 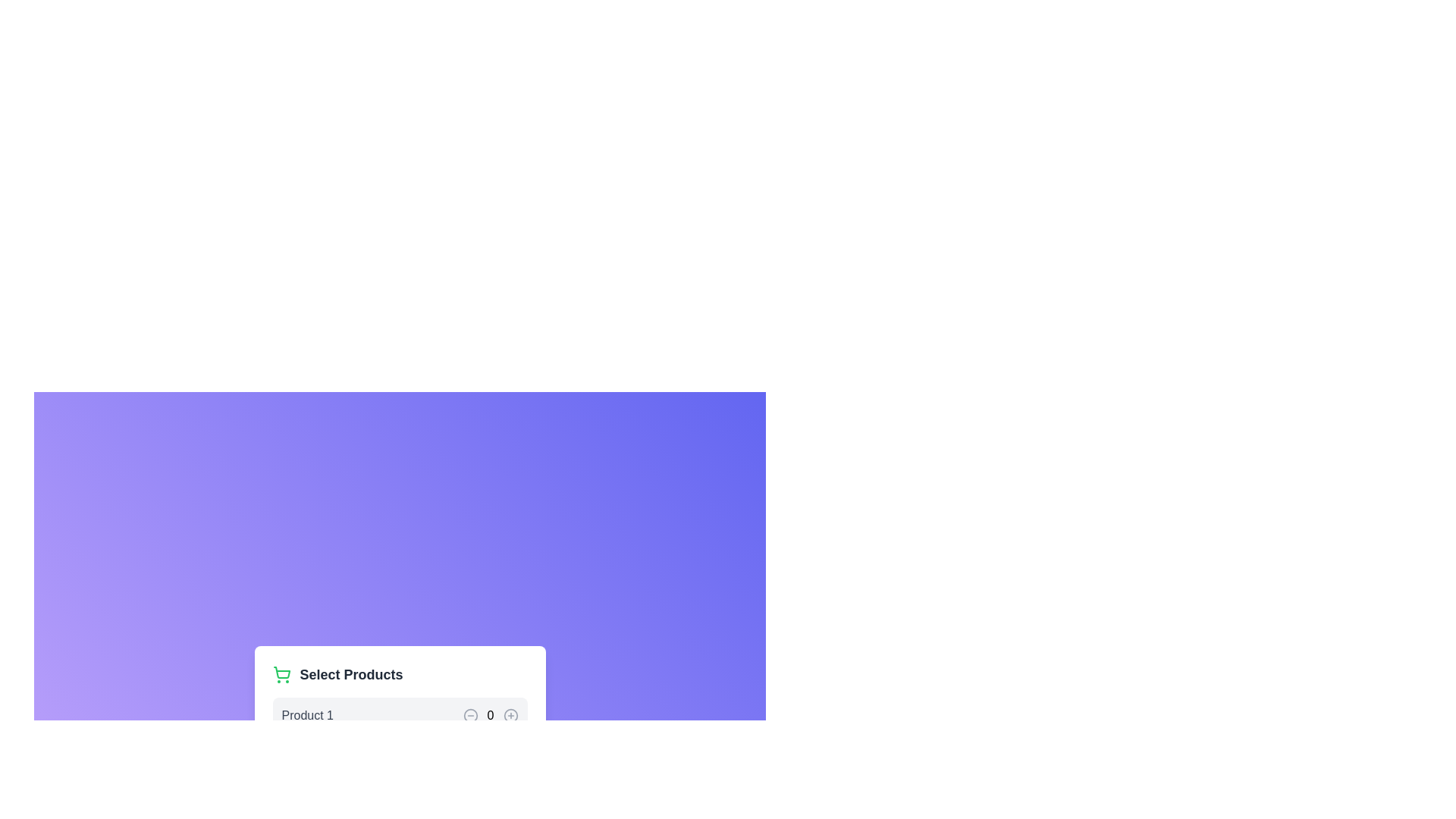 I want to click on the Static Text element that displays the current numeric value, positioned centrally between the decrement and increment buttons, so click(x=491, y=716).